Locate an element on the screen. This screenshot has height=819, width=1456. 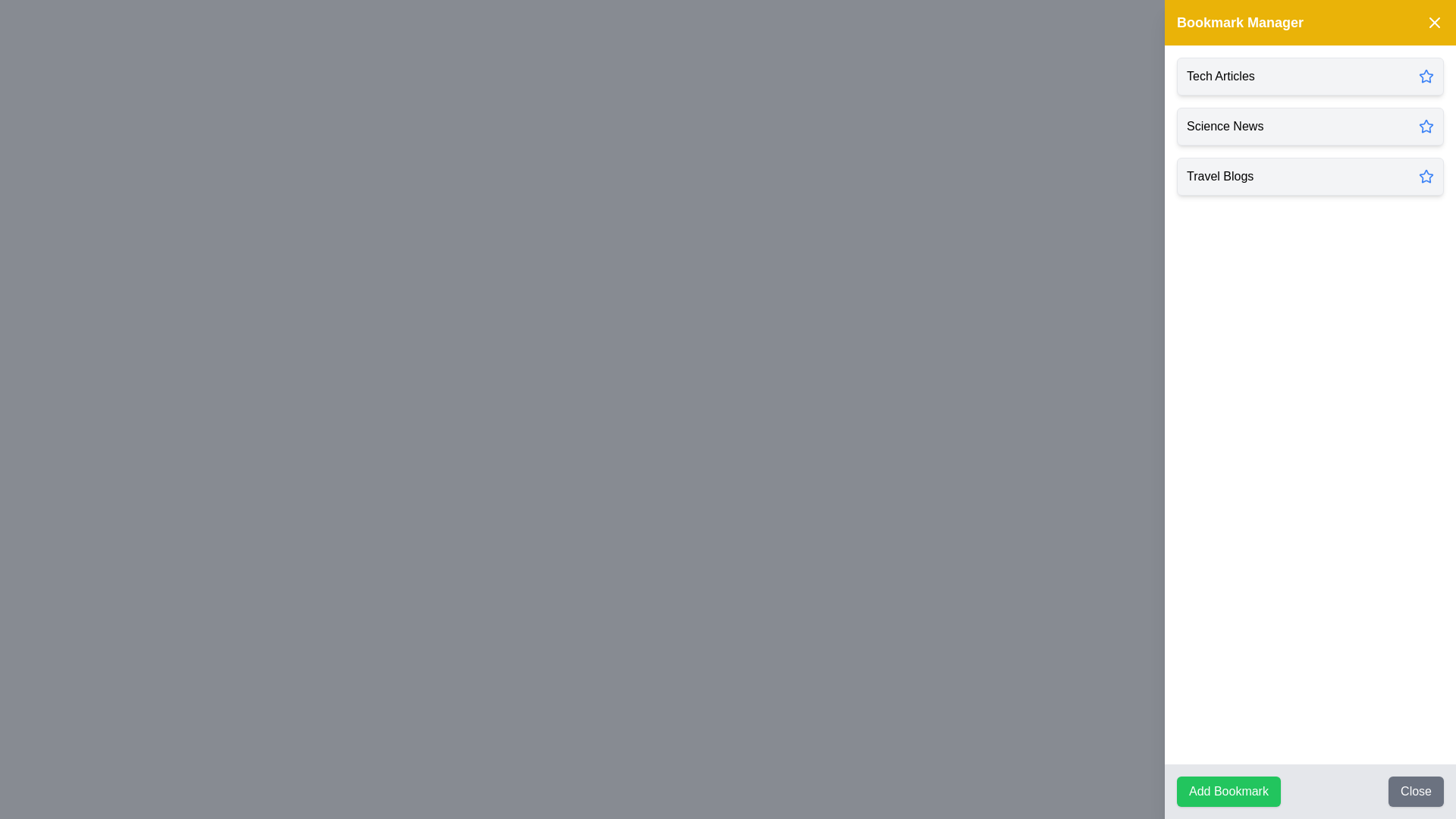
the second item in the 'Bookmark Manager' list, which represents a clickable bookmark for 'Science News' is located at coordinates (1310, 125).